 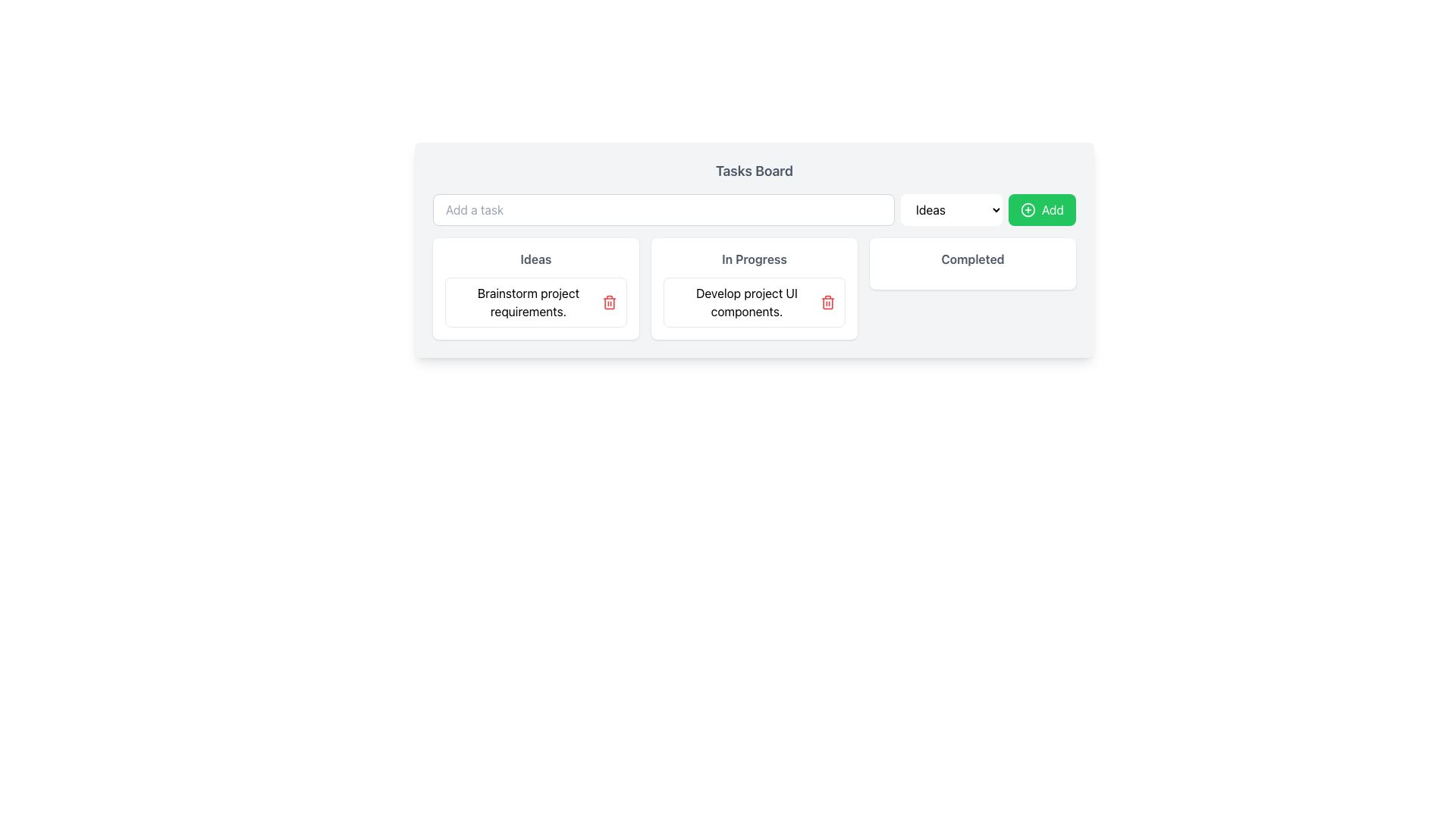 I want to click on the text label displaying the task title 'Develop project UI components.' to focus on it within the 'In Progress' column of the task management board, so click(x=746, y=302).